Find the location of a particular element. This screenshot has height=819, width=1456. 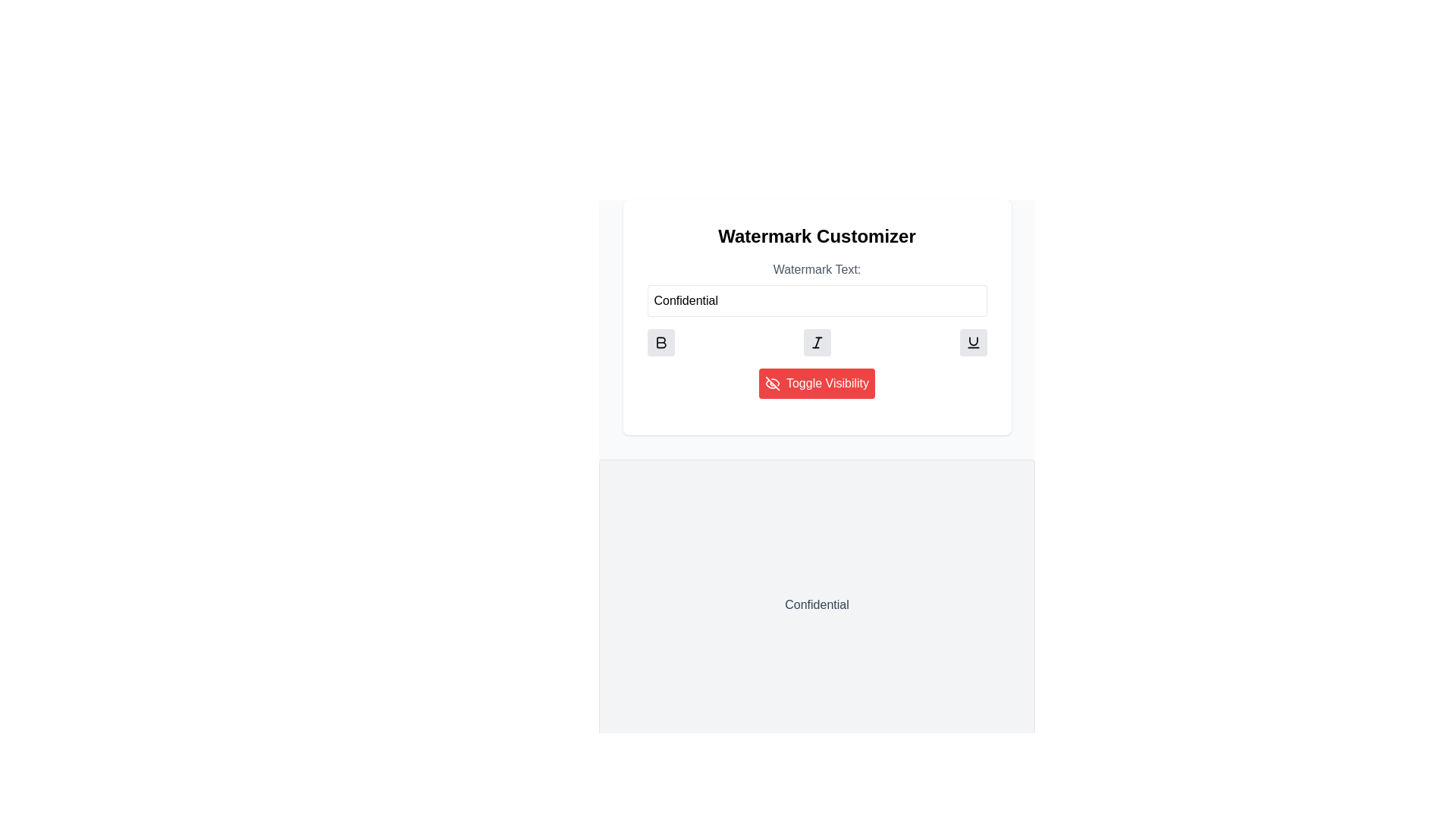

the button with a gray background and a bold 'B' icon is located at coordinates (661, 342).